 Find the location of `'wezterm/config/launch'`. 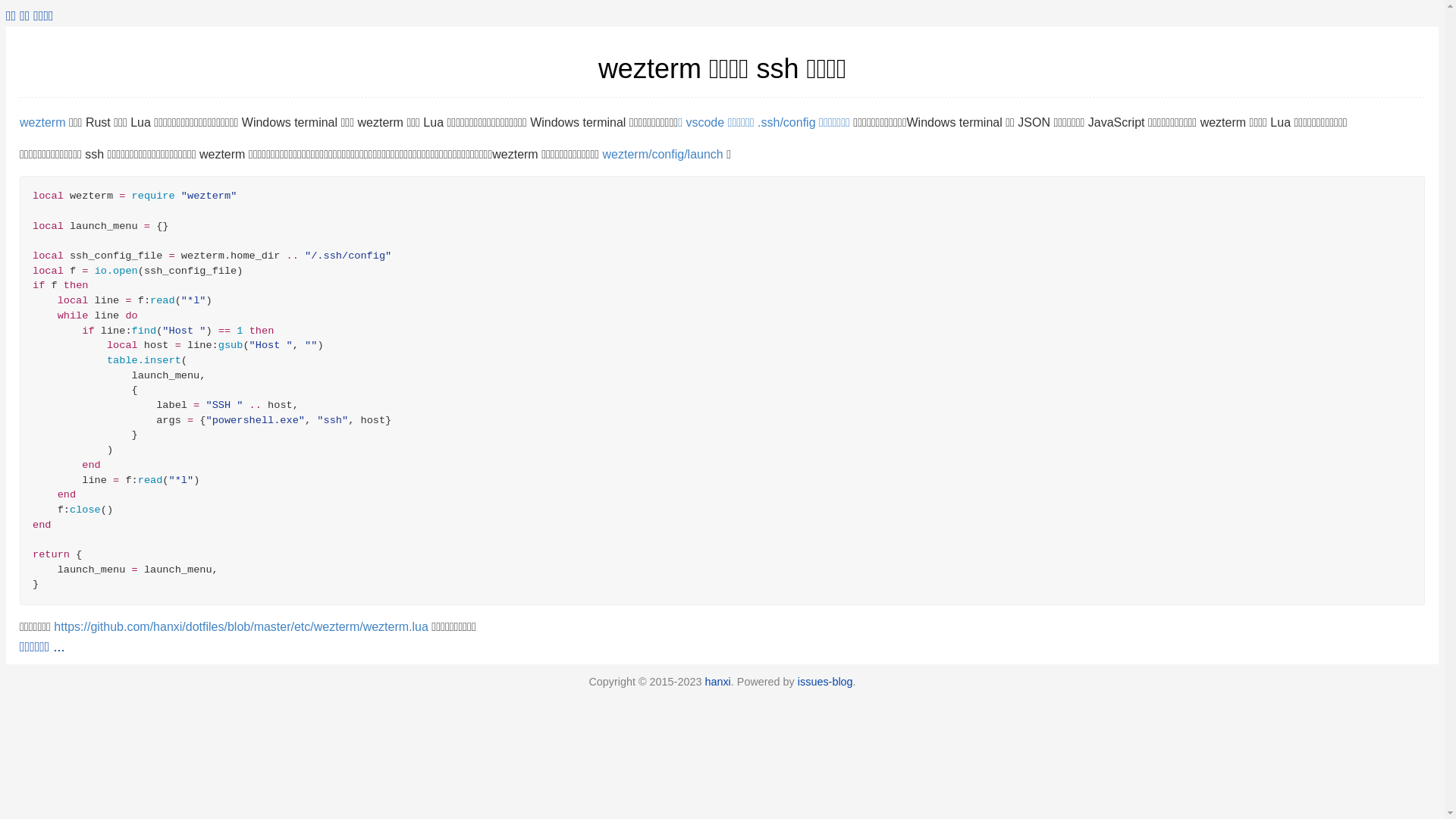

'wezterm/config/launch' is located at coordinates (663, 154).